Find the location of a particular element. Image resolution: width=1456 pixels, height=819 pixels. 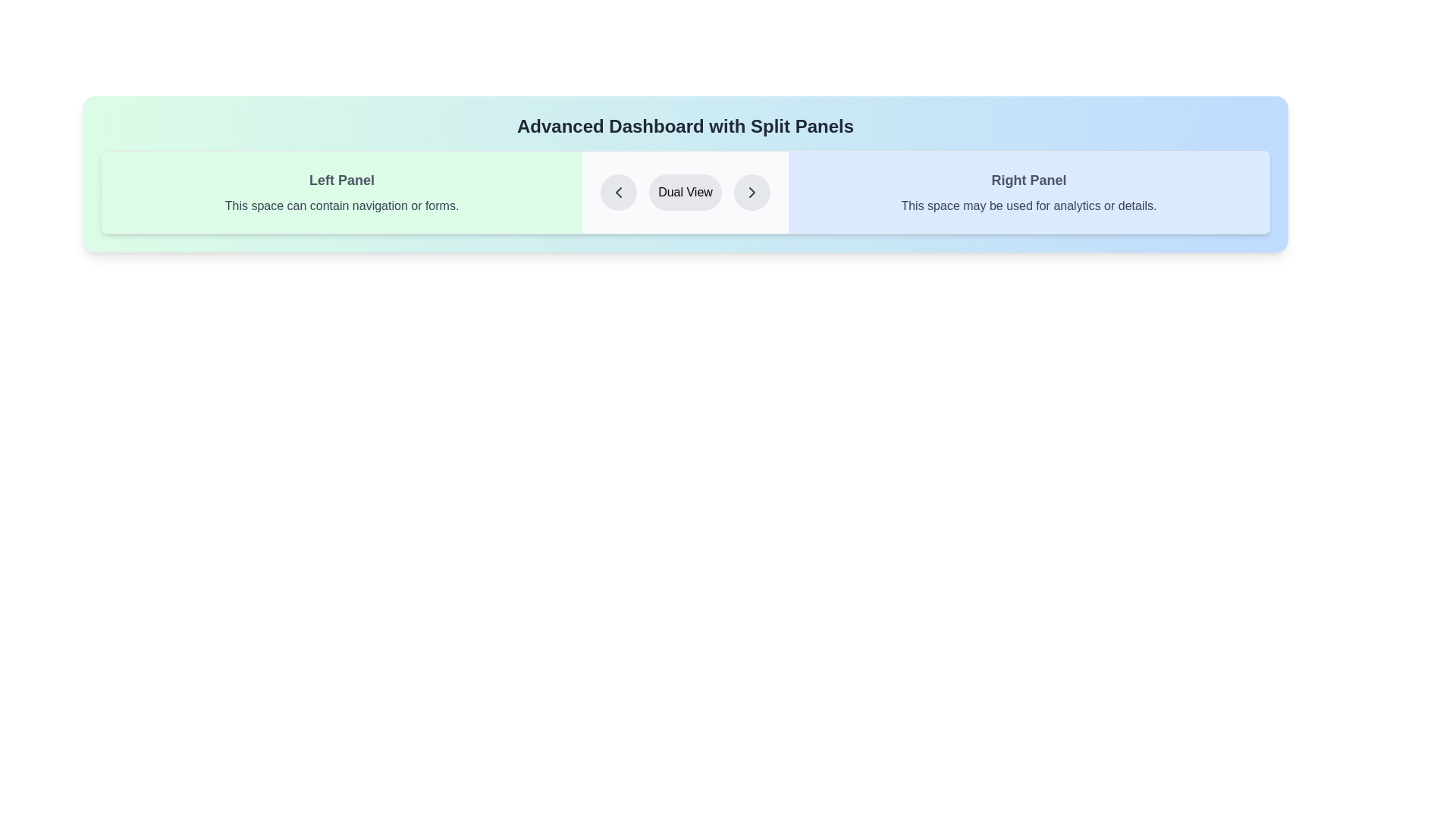

the header text label located in the left panel of the interface, which provides context about the section's purpose is located at coordinates (341, 180).